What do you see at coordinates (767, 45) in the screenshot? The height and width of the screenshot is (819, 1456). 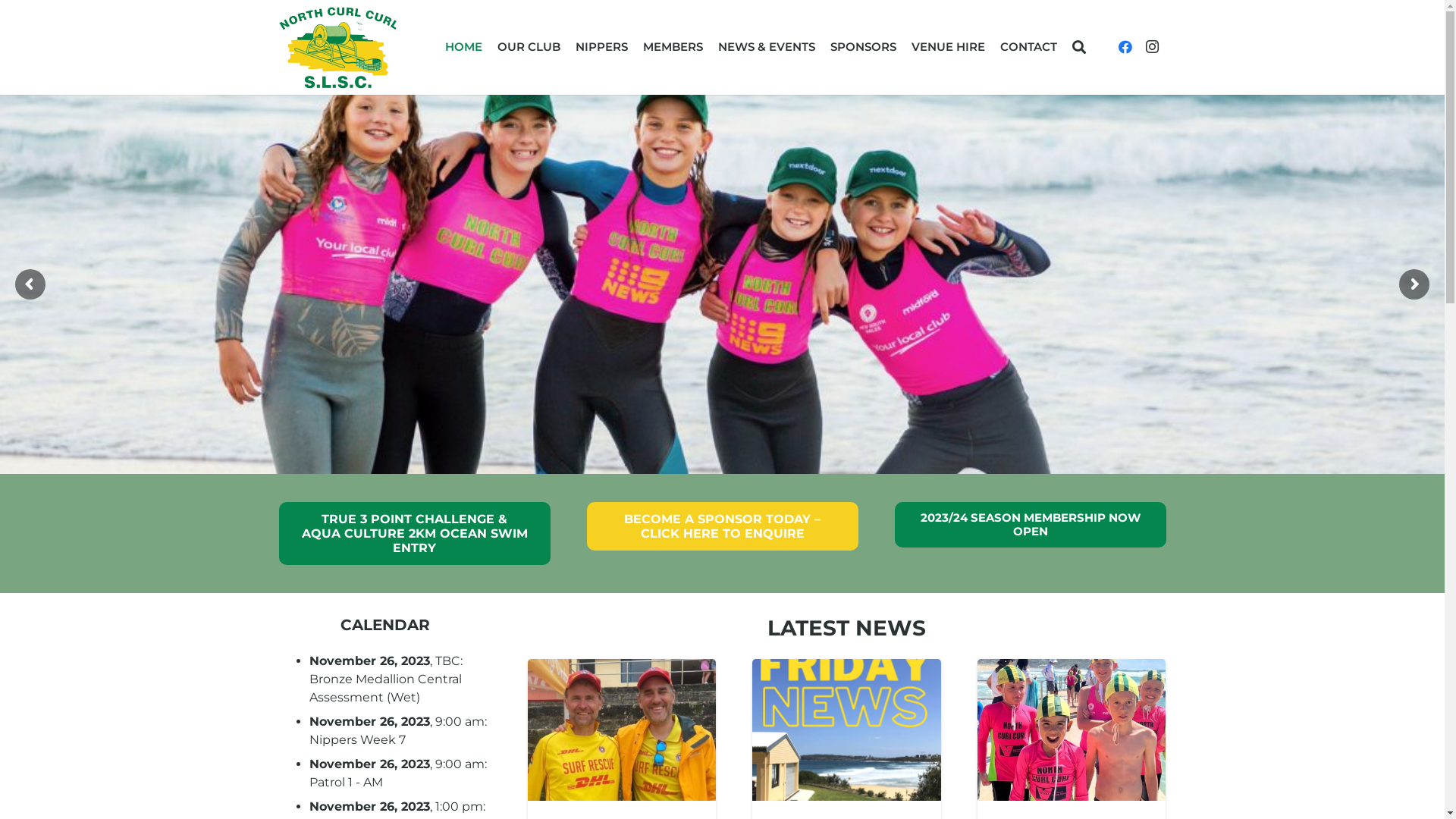 I see `'NEWS & EVENTS'` at bounding box center [767, 45].